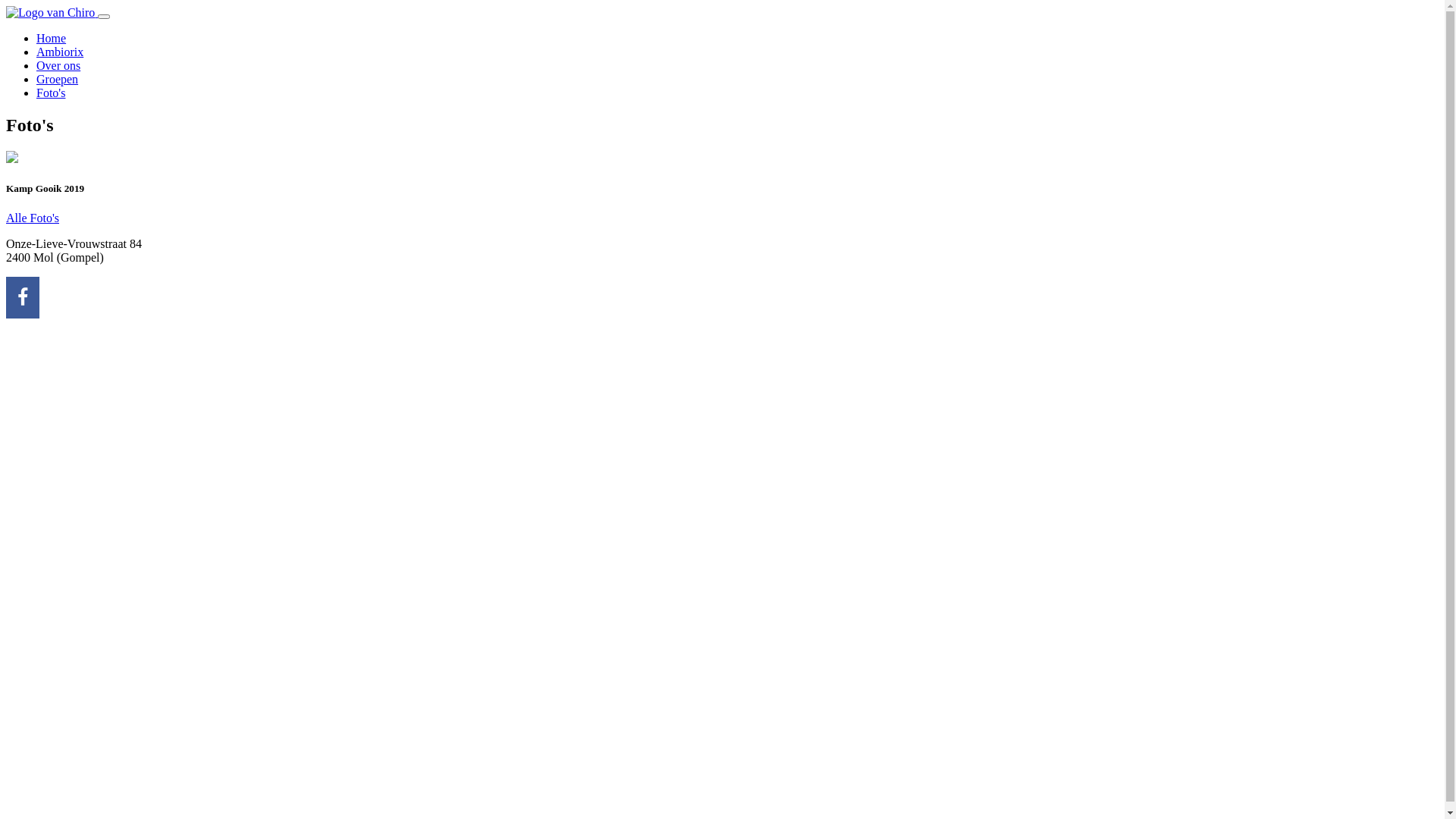 Image resolution: width=1456 pixels, height=819 pixels. Describe the element at coordinates (59, 51) in the screenshot. I see `'Ambiorix'` at that location.